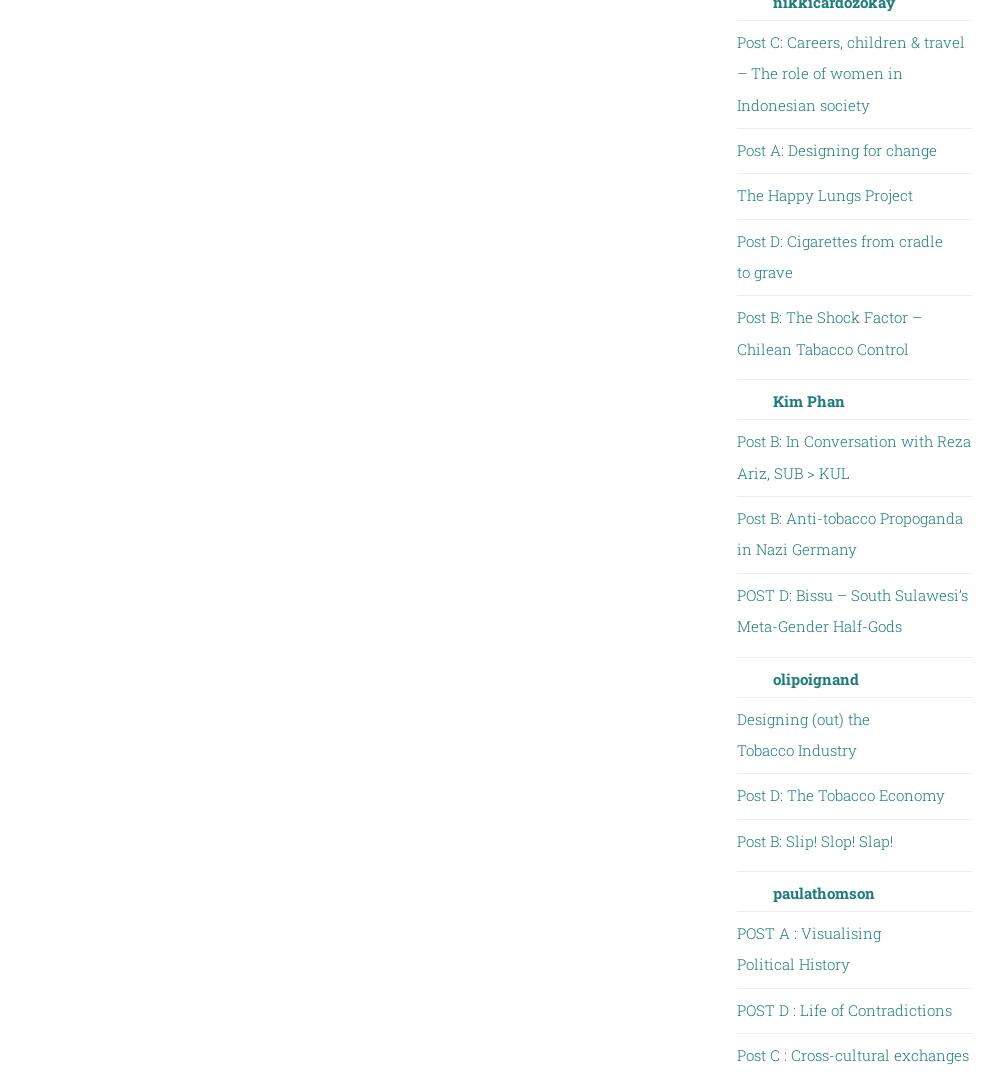 The width and height of the screenshot is (1000, 1078). I want to click on 'Post C : Cross-cultural exchanges', so click(851, 1055).